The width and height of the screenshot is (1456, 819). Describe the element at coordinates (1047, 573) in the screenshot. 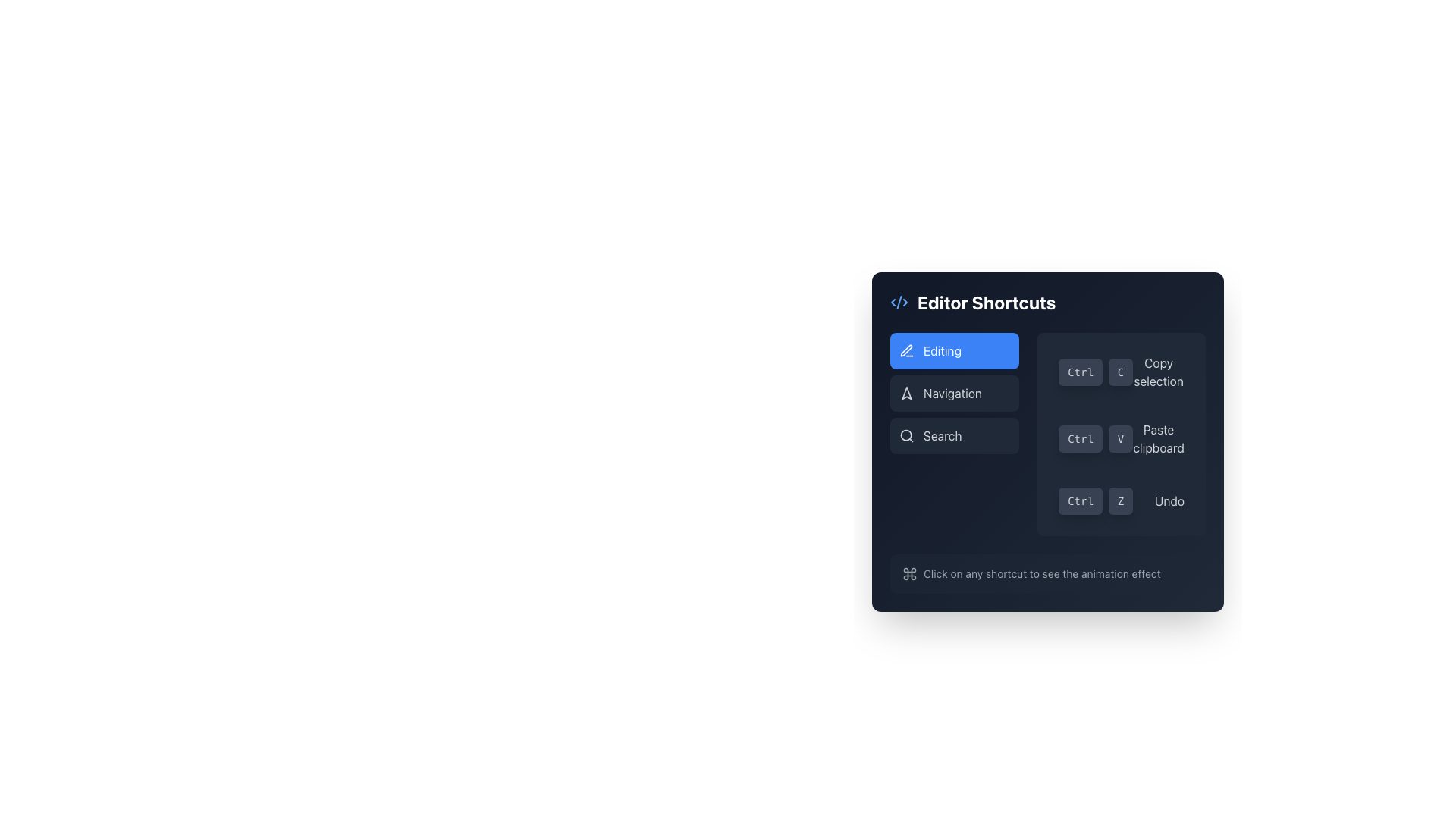

I see `informative text with an inline icon located at the bottom of the 'Editor Shortcuts' panel, centered horizontally beneath the shortcut commands` at that location.